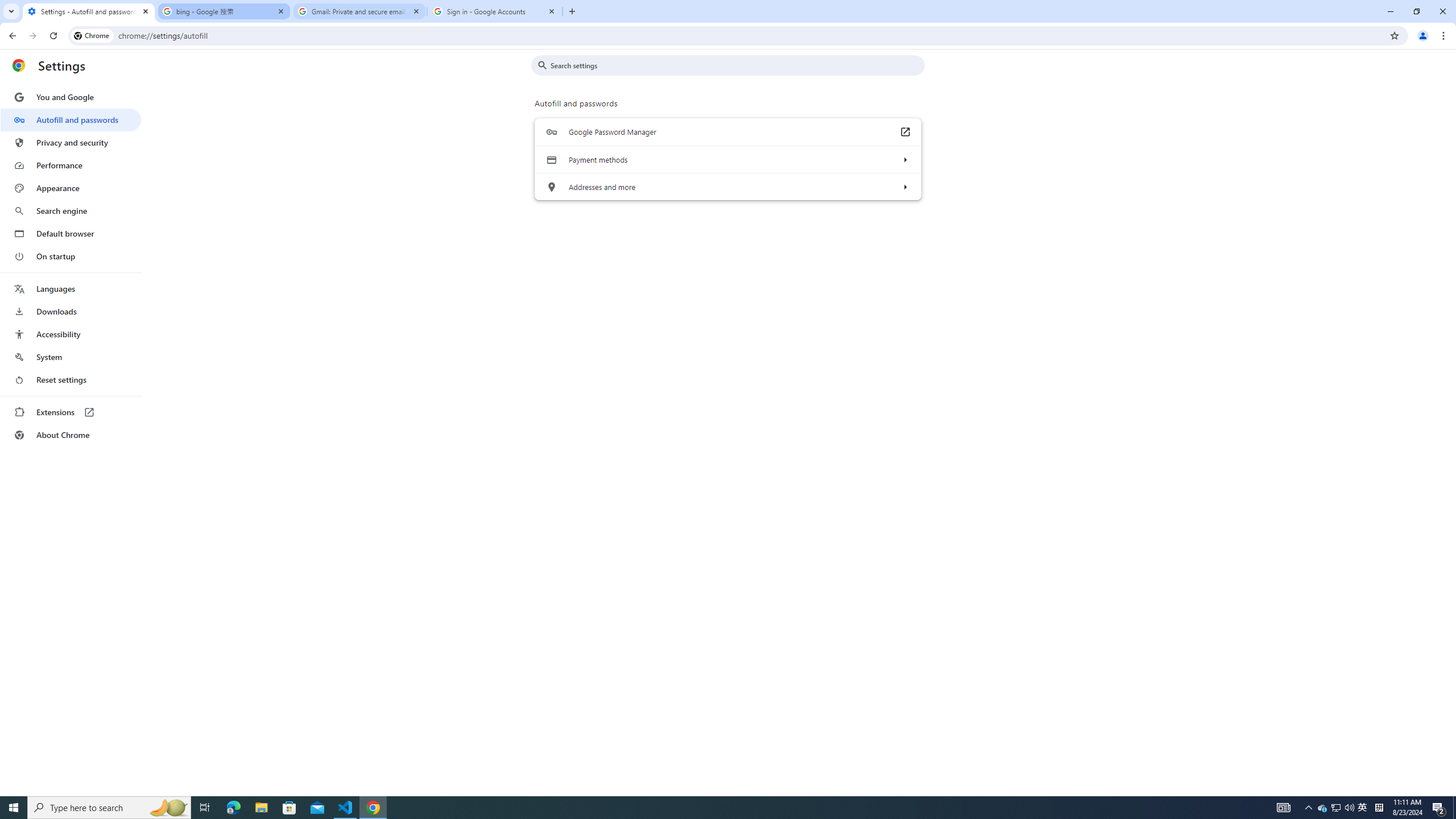 This screenshot has height=819, width=1456. I want to click on 'Settings - Autofill and passwords', so click(88, 11).